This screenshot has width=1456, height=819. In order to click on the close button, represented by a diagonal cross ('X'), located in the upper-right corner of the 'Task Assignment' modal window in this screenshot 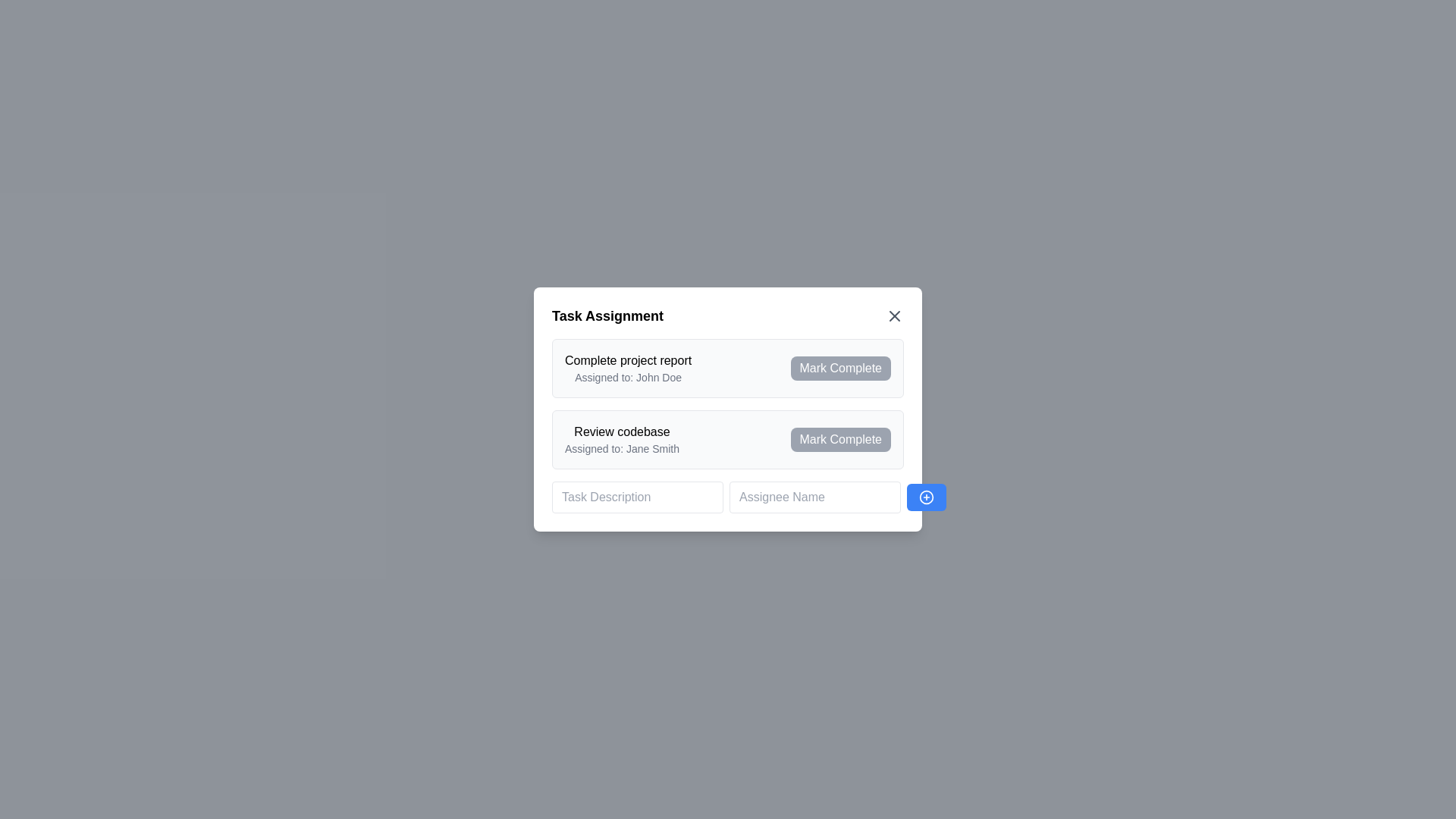, I will do `click(895, 315)`.